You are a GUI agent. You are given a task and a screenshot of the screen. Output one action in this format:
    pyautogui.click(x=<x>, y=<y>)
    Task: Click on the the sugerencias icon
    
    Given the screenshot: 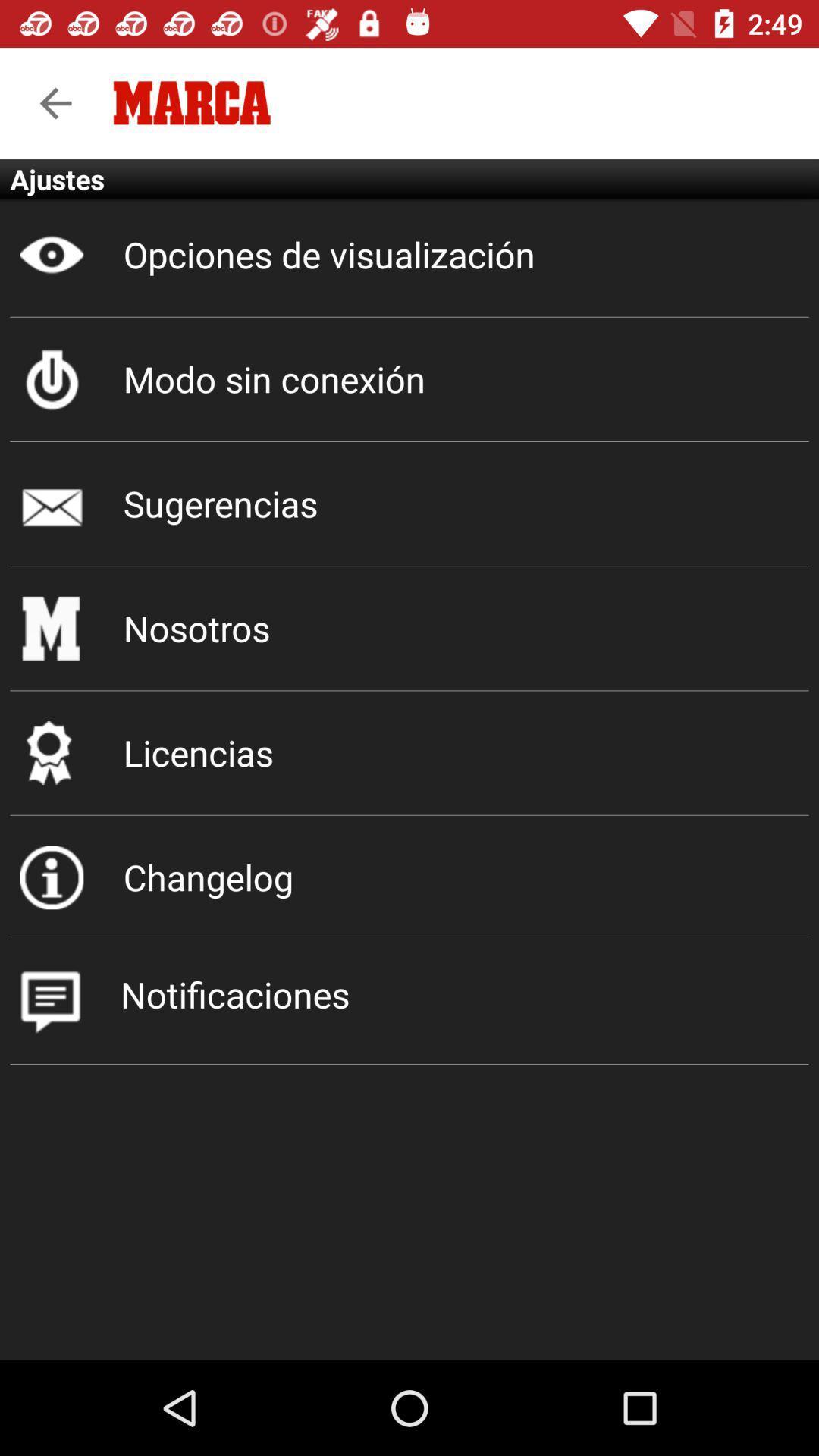 What is the action you would take?
    pyautogui.click(x=409, y=504)
    